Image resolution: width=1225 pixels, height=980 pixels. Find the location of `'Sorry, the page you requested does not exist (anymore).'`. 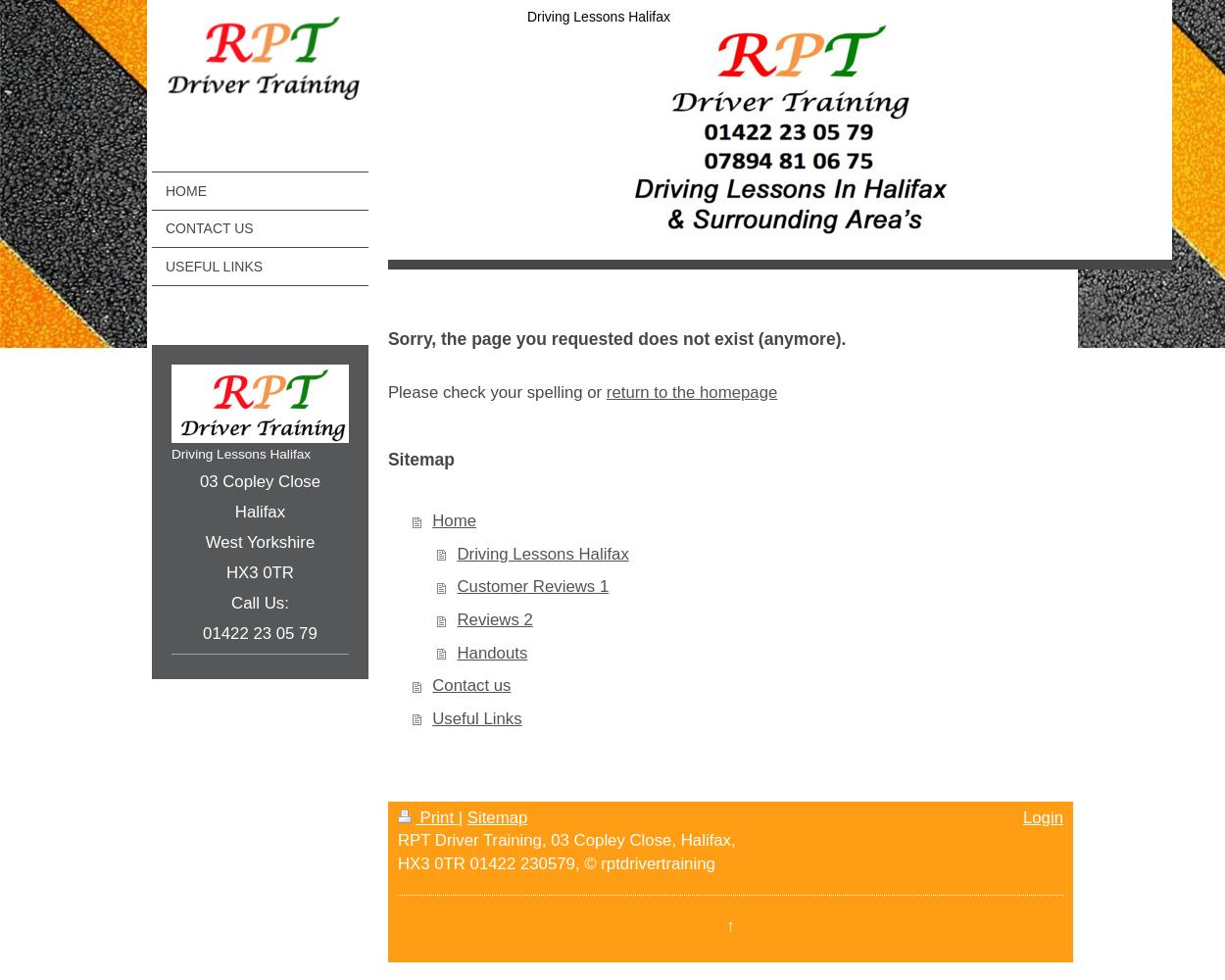

'Sorry, the page you requested does not exist (anymore).' is located at coordinates (616, 338).